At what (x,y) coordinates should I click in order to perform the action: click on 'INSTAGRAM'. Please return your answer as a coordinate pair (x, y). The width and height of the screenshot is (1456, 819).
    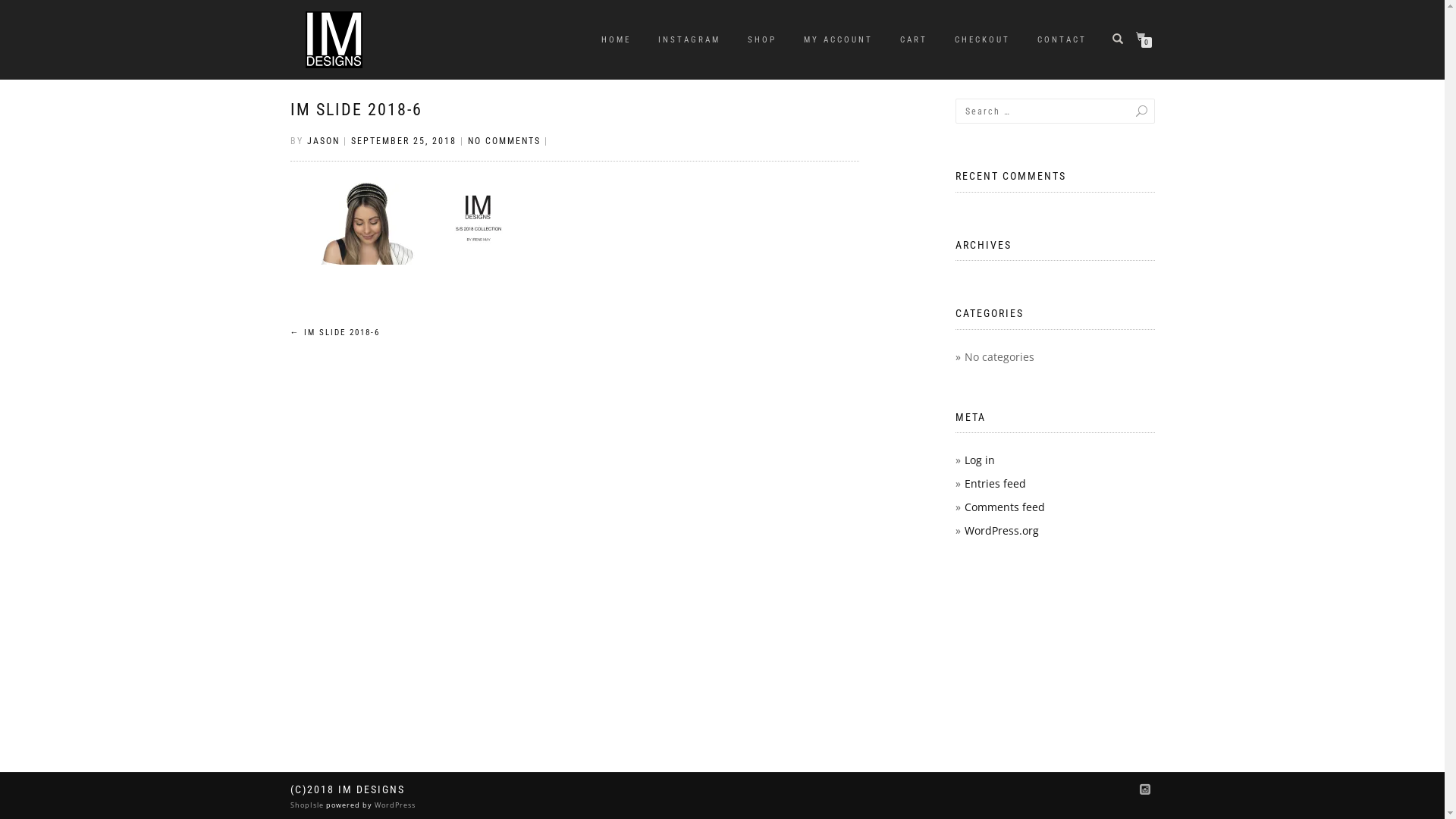
    Looking at the image, I should click on (687, 39).